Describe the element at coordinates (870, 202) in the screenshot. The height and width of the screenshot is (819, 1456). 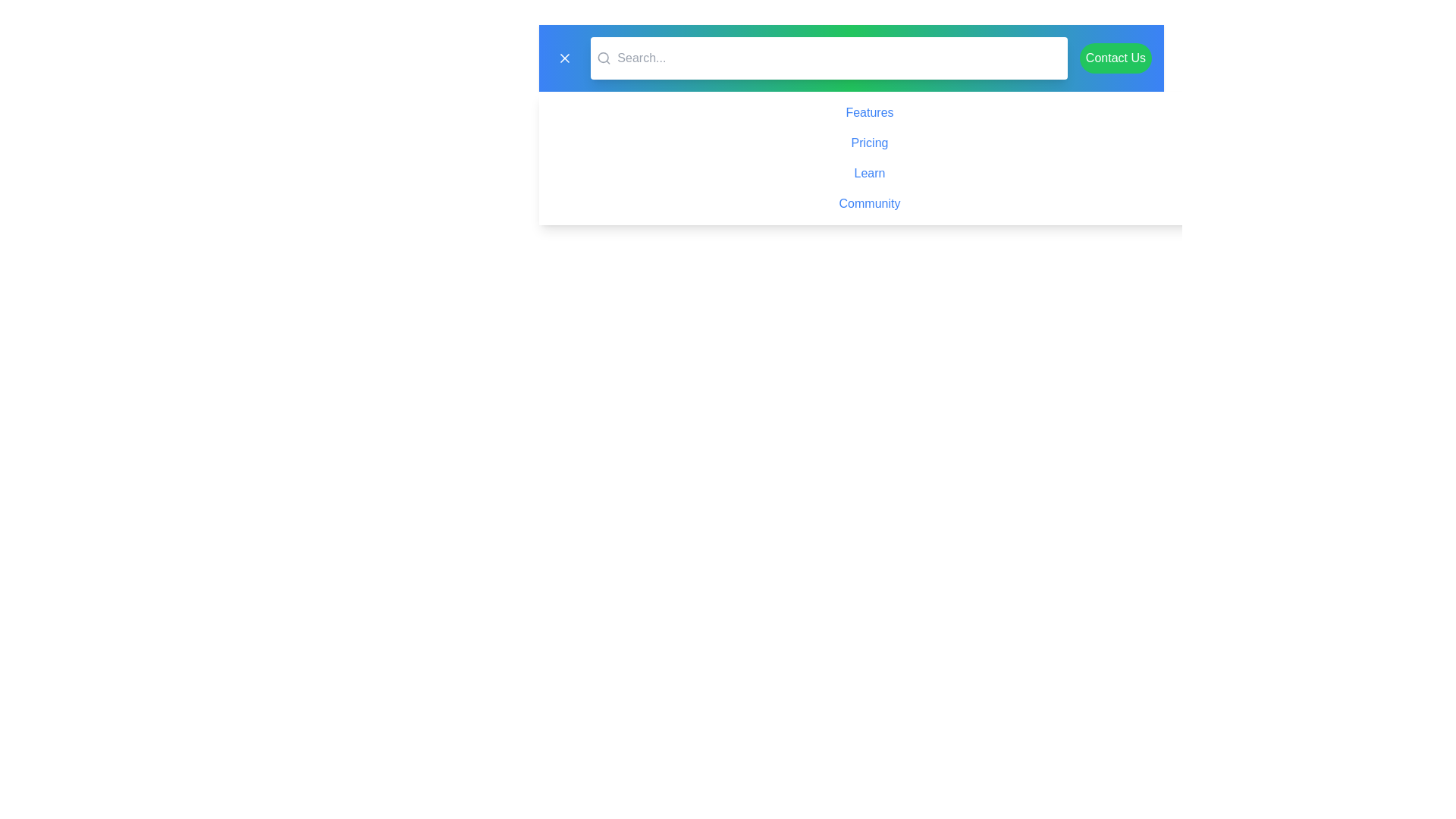
I see `the 'Community' hyperlink, which is the last entry` at that location.